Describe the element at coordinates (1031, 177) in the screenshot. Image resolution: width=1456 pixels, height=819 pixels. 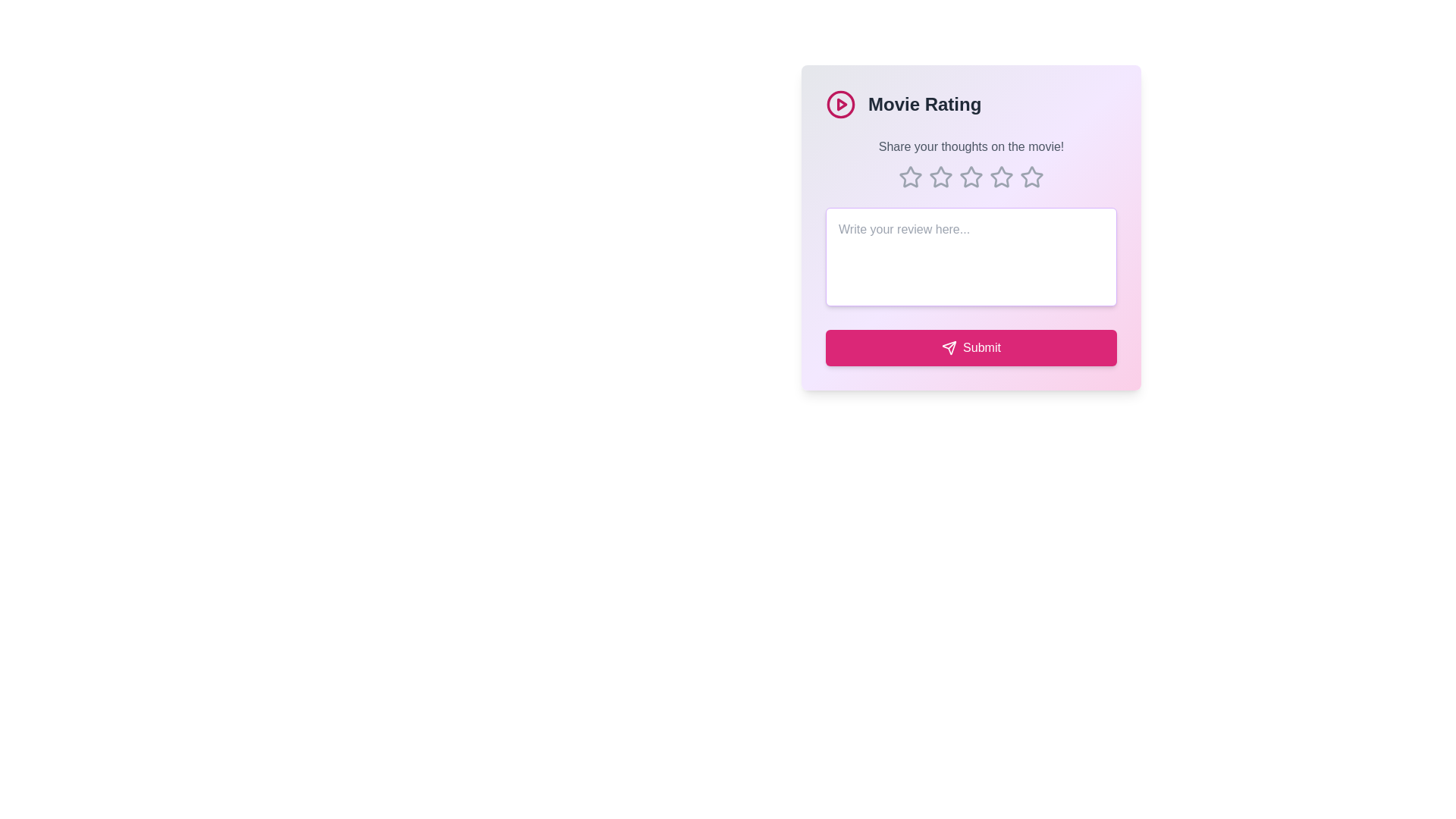
I see `the fifth star-shaped UI icon in the star-based rating system` at that location.